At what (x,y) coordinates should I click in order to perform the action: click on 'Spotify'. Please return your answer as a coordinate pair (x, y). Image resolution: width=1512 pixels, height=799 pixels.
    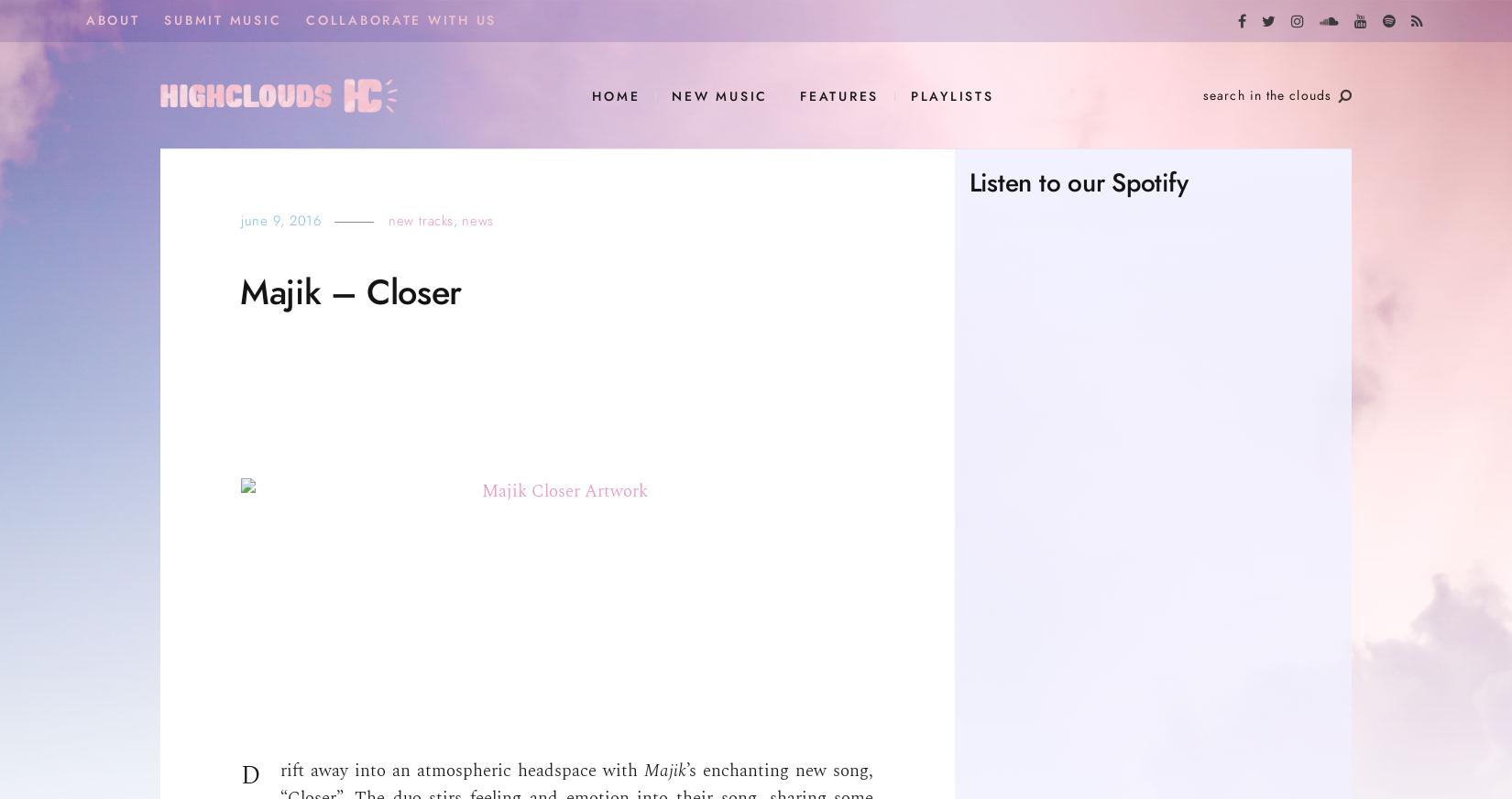
    Looking at the image, I should click on (1148, 183).